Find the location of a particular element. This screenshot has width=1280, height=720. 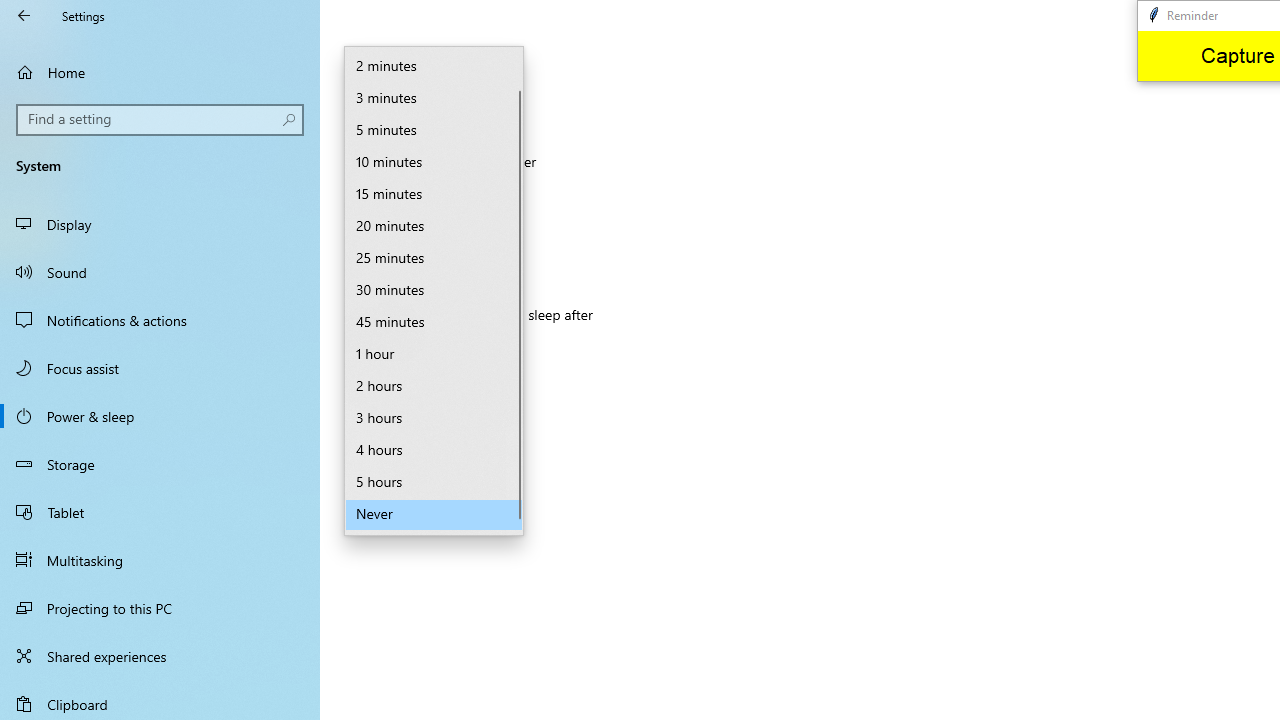

'Multitasking' is located at coordinates (160, 559).